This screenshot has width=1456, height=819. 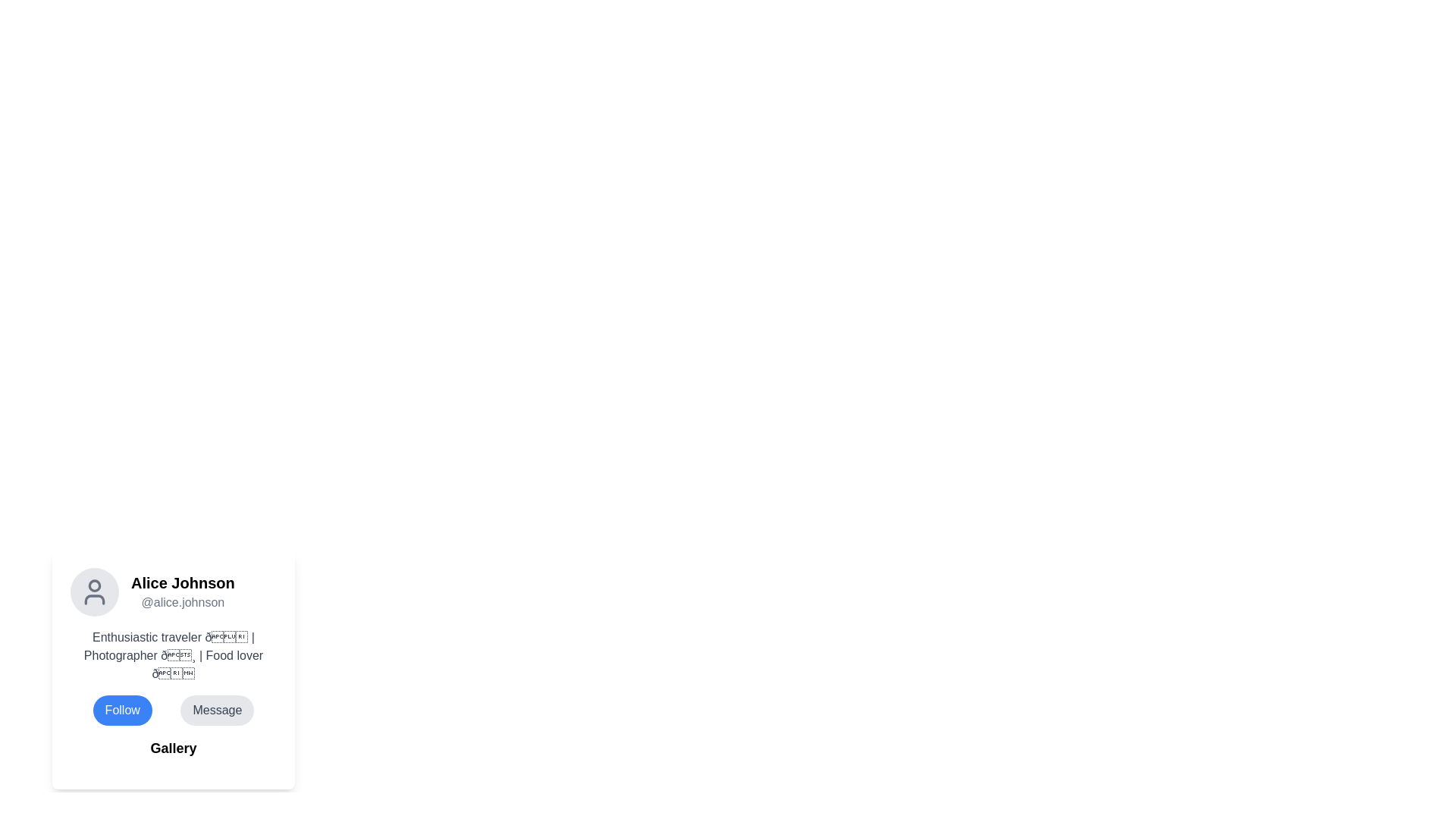 I want to click on the circular element with a grey border located within the user icon graphic, representing part of a person's head near the top of the icon, so click(x=93, y=585).